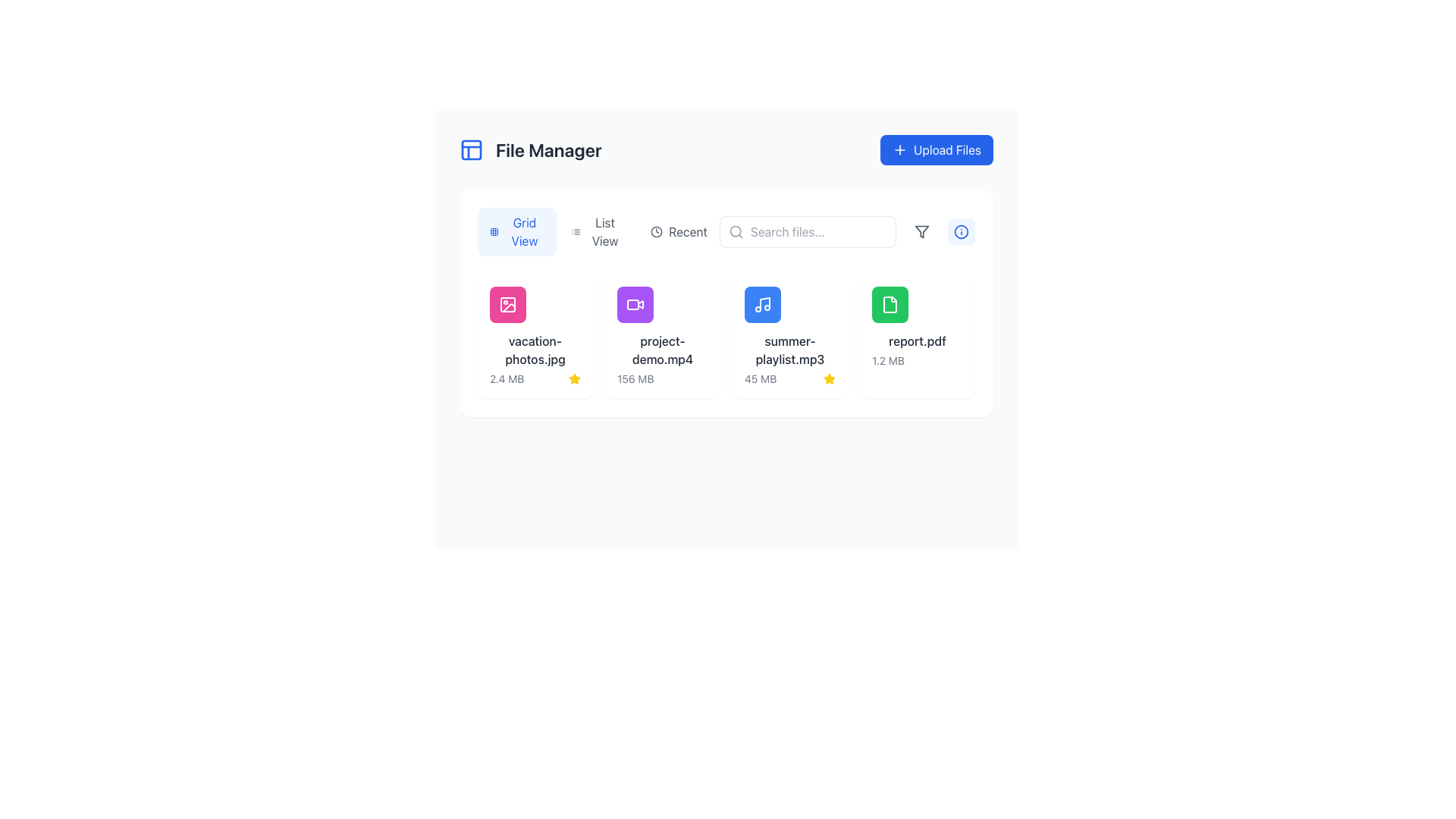 The height and width of the screenshot is (819, 1456). What do you see at coordinates (635, 304) in the screenshot?
I see `the video camera icon with a purple background located inside a purple circle, positioned to the top-left of the 'project-demo.mp4' grid item` at bounding box center [635, 304].